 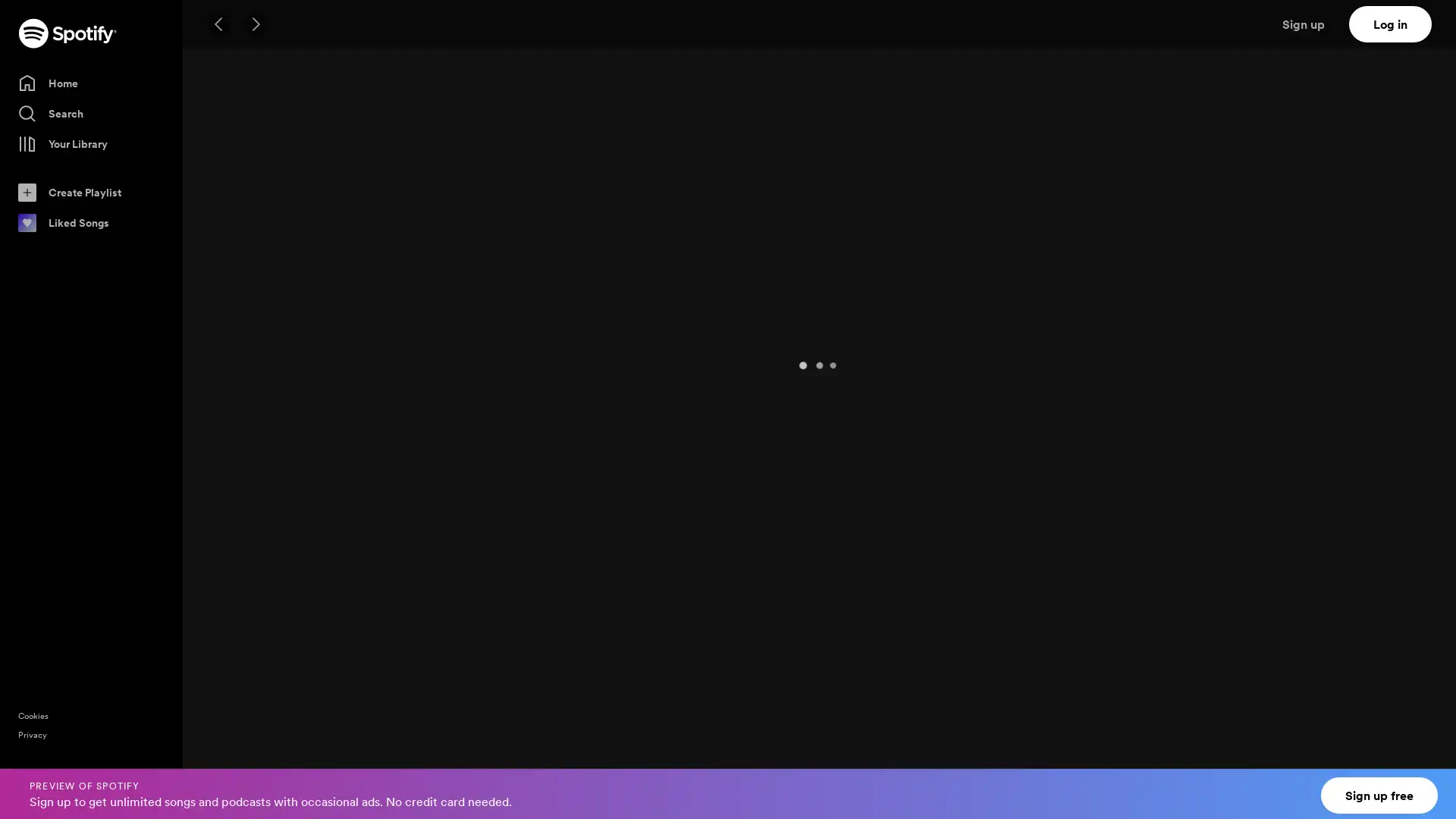 What do you see at coordinates (225, 441) in the screenshot?
I see `Play Hy a Scullyas Lyf a Dhagrow by Simon Farintosh` at bounding box center [225, 441].